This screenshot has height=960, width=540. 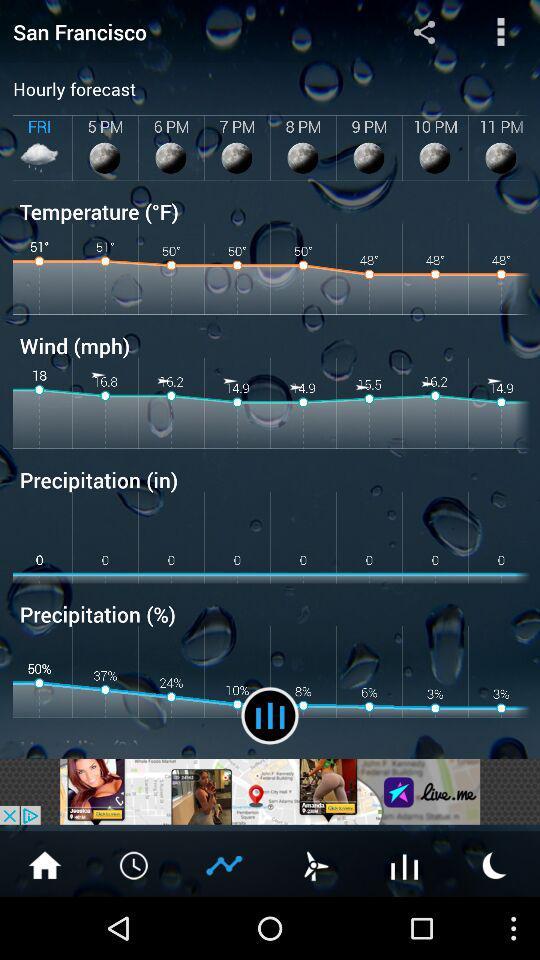 I want to click on menu button, so click(x=500, y=30).